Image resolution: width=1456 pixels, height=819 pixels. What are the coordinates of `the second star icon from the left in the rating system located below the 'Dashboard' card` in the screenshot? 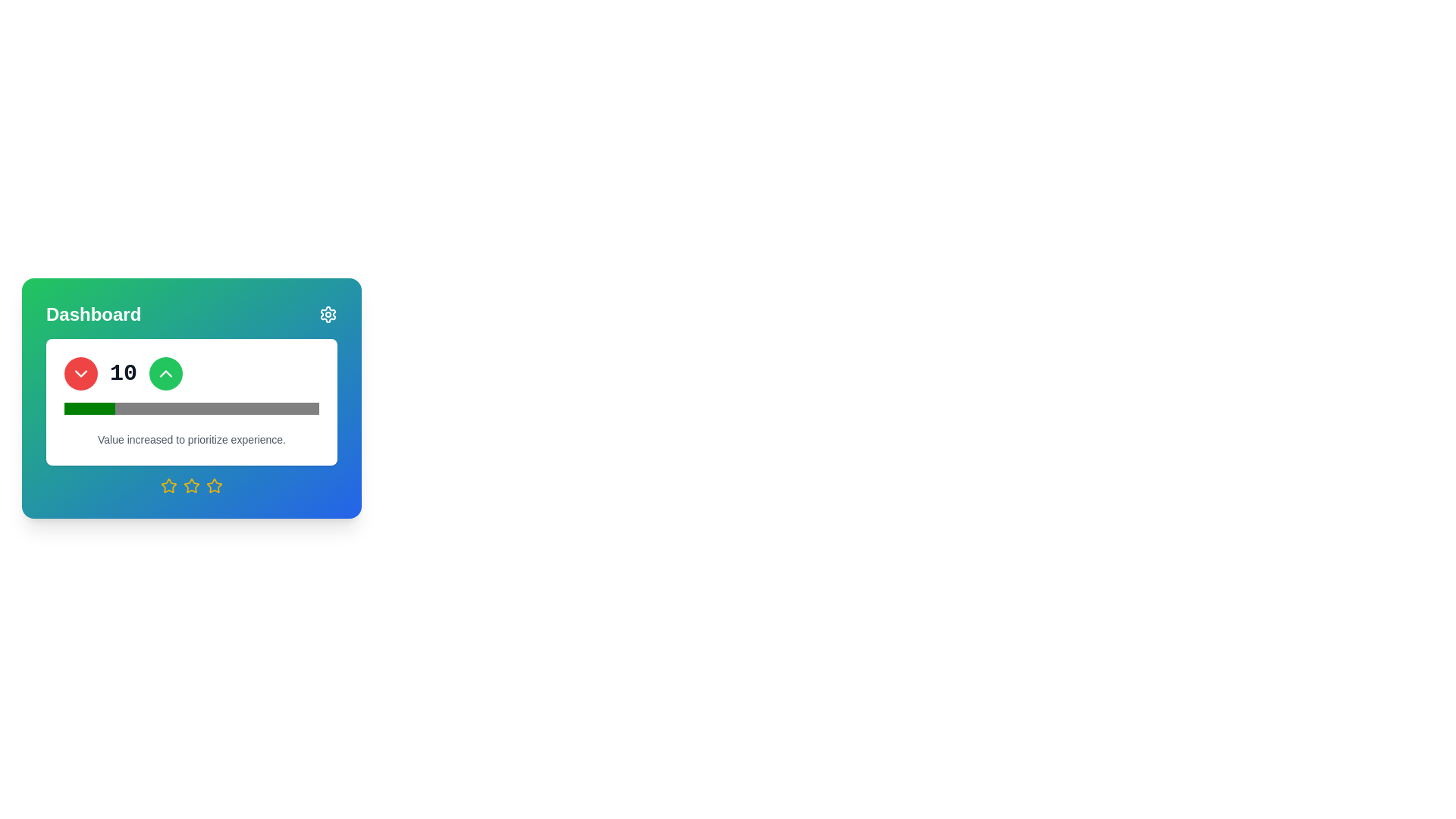 It's located at (168, 485).